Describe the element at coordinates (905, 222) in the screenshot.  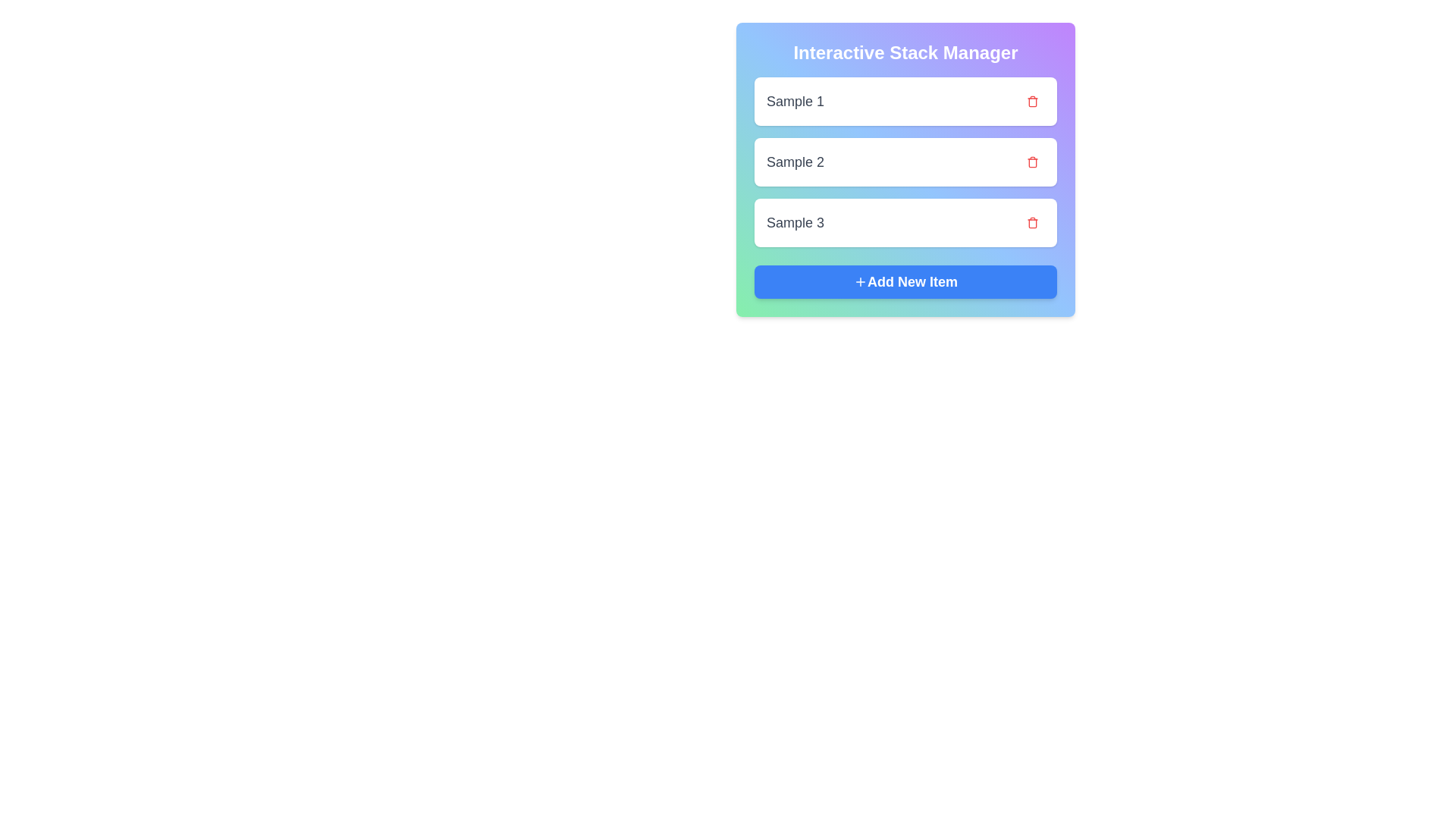
I see `the list item labeled 'Sample 3' with a trashcan icon on the right to prepare for interaction` at that location.